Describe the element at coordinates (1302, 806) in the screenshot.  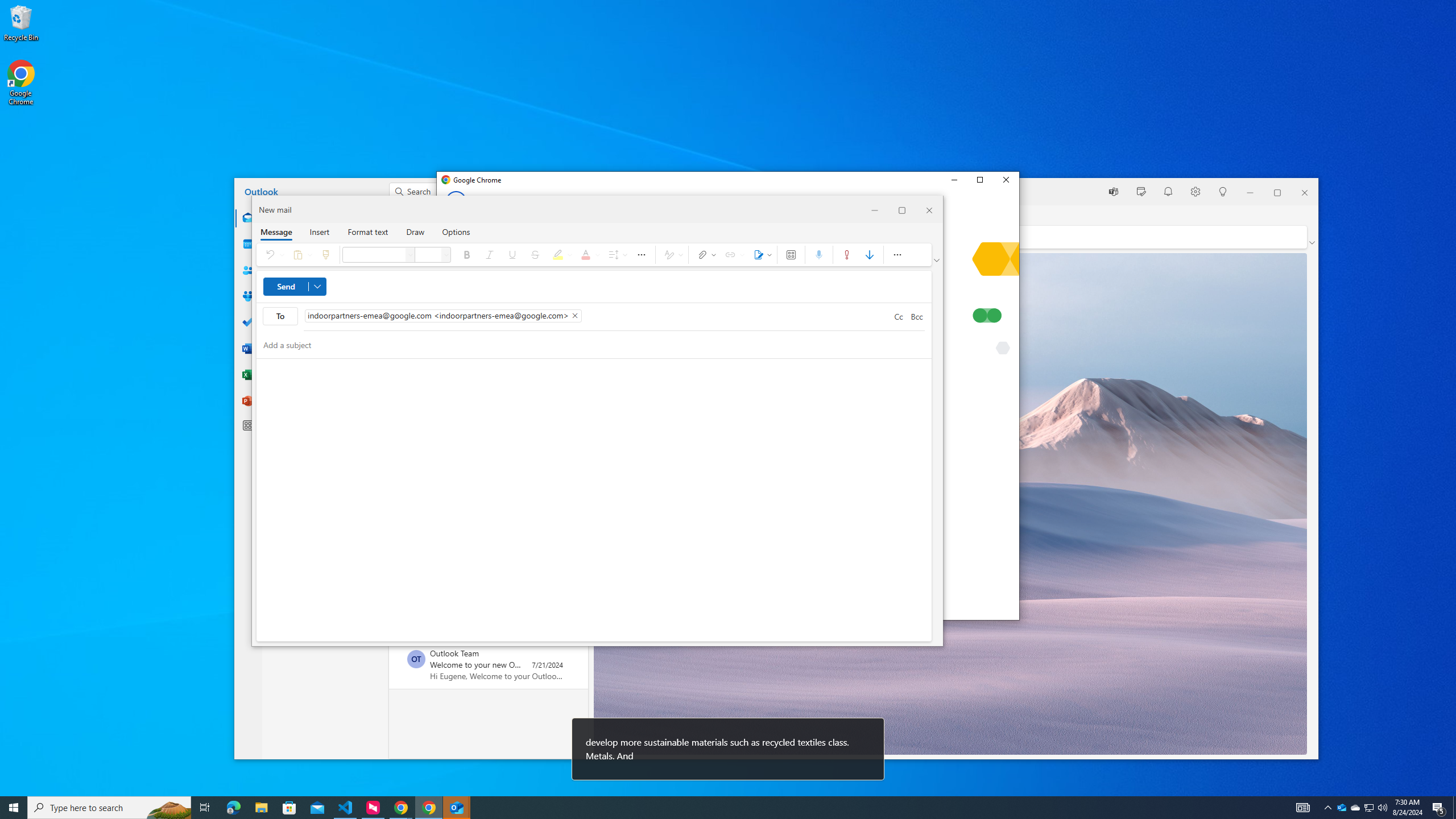
I see `'User Promoted Notification Area'` at that location.